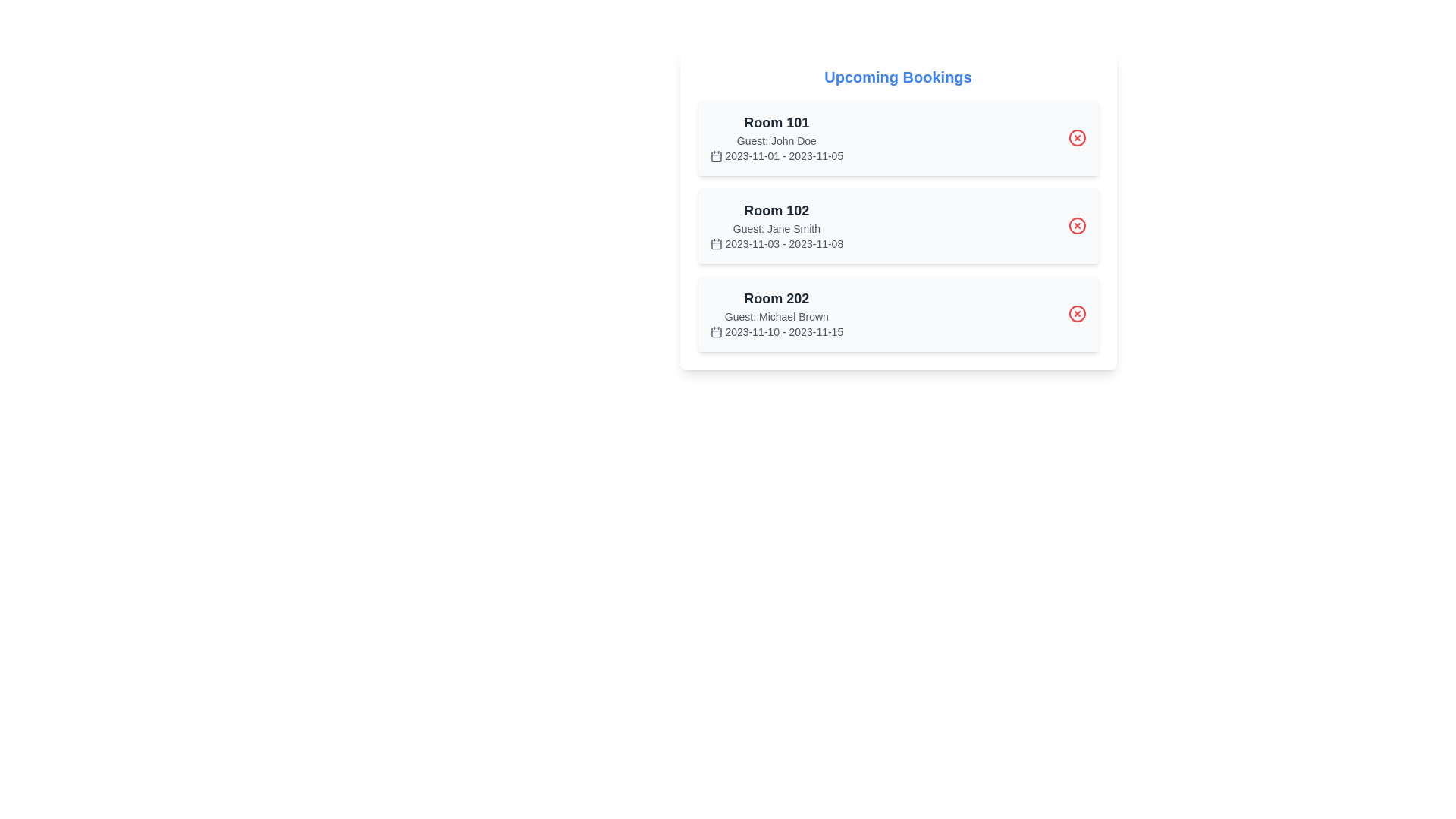 Image resolution: width=1456 pixels, height=819 pixels. Describe the element at coordinates (898, 77) in the screenshot. I see `the bold, blue-colored text element labeled 'Upcoming Bookings' located at the top of the card-like section` at that location.